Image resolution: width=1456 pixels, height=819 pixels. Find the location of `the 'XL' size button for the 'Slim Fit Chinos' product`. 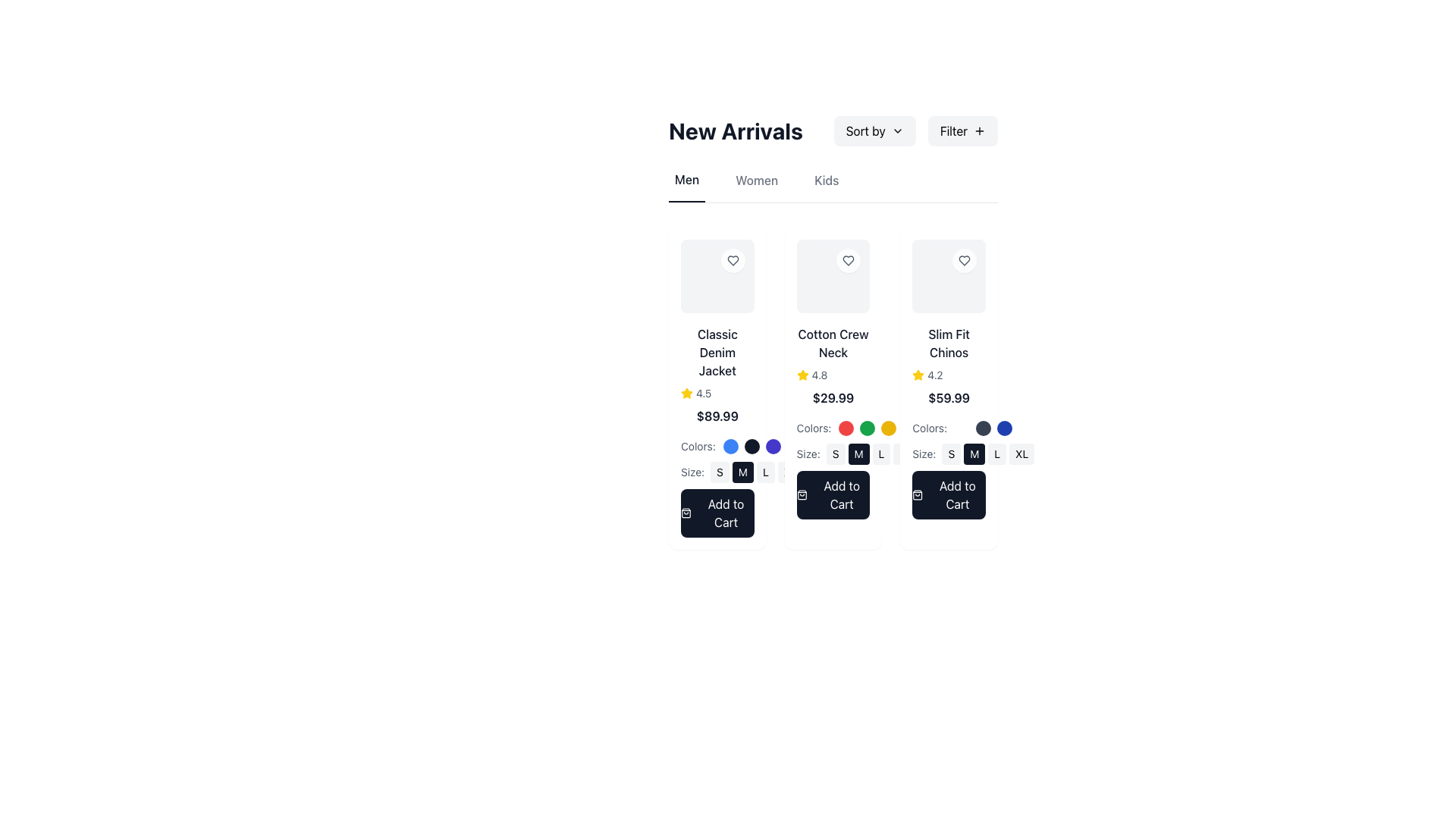

the 'XL' size button for the 'Slim Fit Chinos' product is located at coordinates (906, 453).